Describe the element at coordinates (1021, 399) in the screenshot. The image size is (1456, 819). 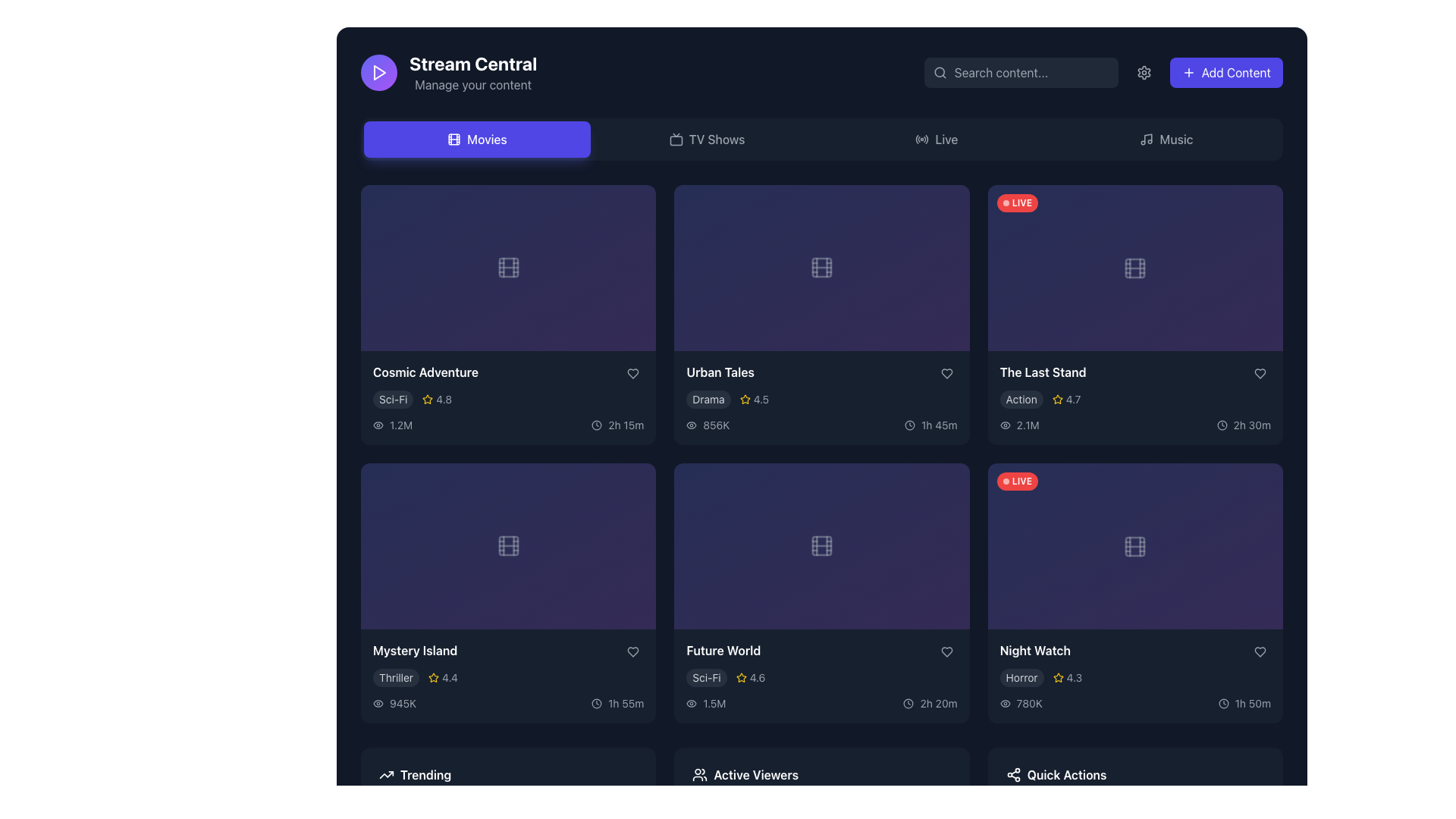
I see `the label with rounded edges and light-gray text displaying 'Action', located below the title 'The Last Stand' in the top-right card of the third row of the grid layout` at that location.